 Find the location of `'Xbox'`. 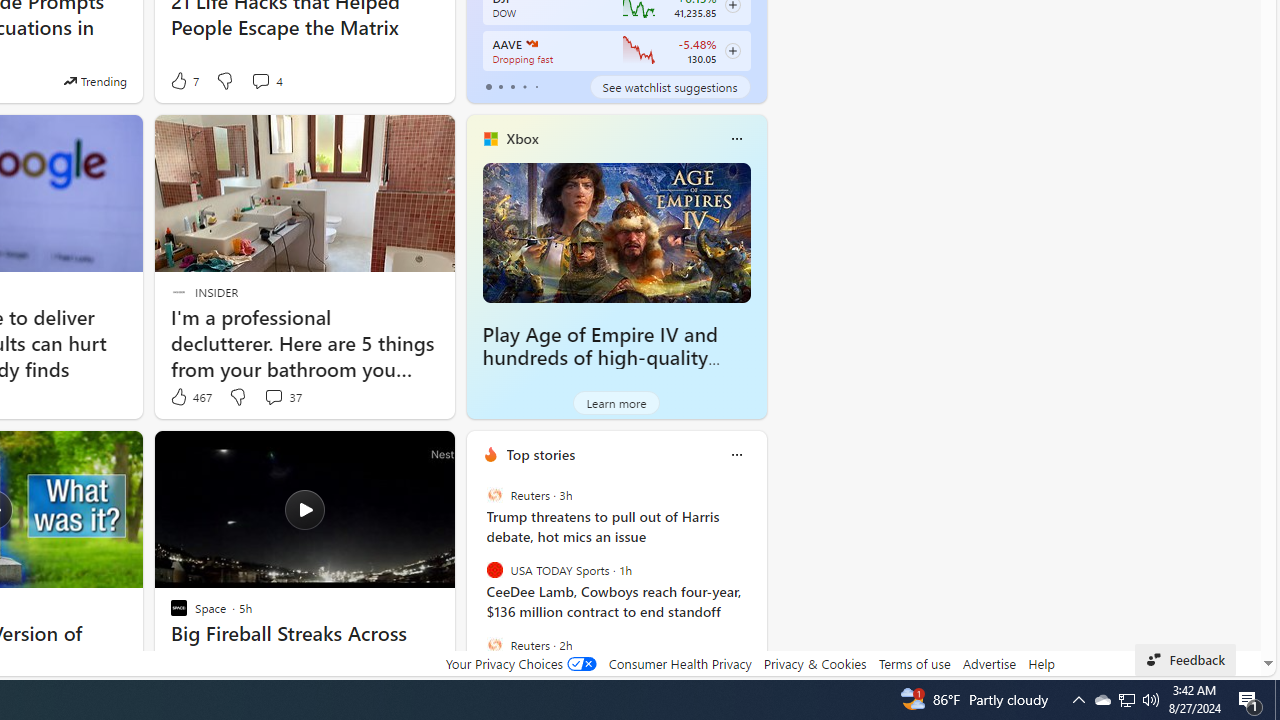

'Xbox' is located at coordinates (522, 138).